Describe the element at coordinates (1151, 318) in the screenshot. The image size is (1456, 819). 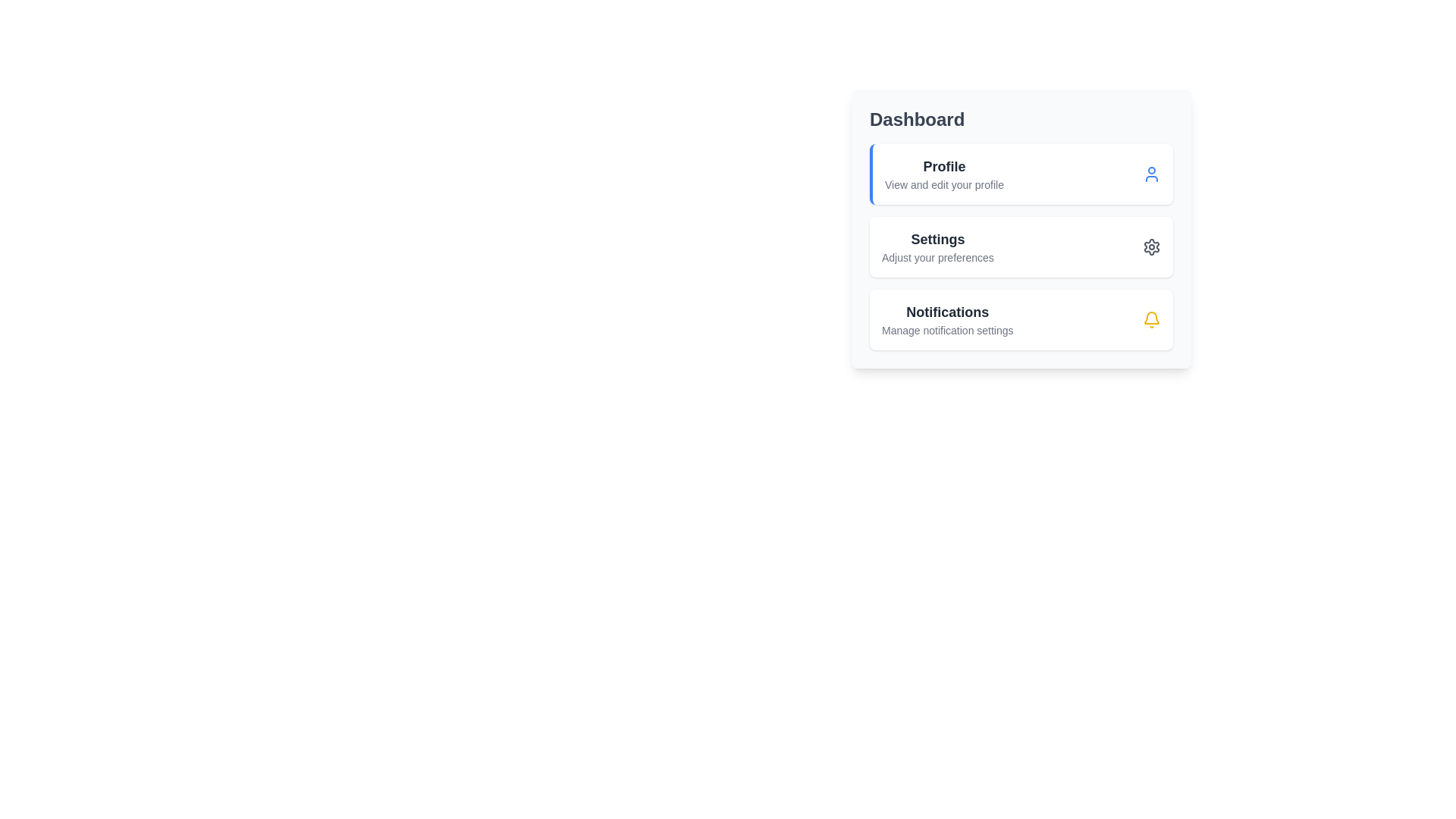
I see `the yellow bell-shaped icon with a circular alert on its top center located in the 'Notifications' section, adjacent to 'Manage notification settings'` at that location.